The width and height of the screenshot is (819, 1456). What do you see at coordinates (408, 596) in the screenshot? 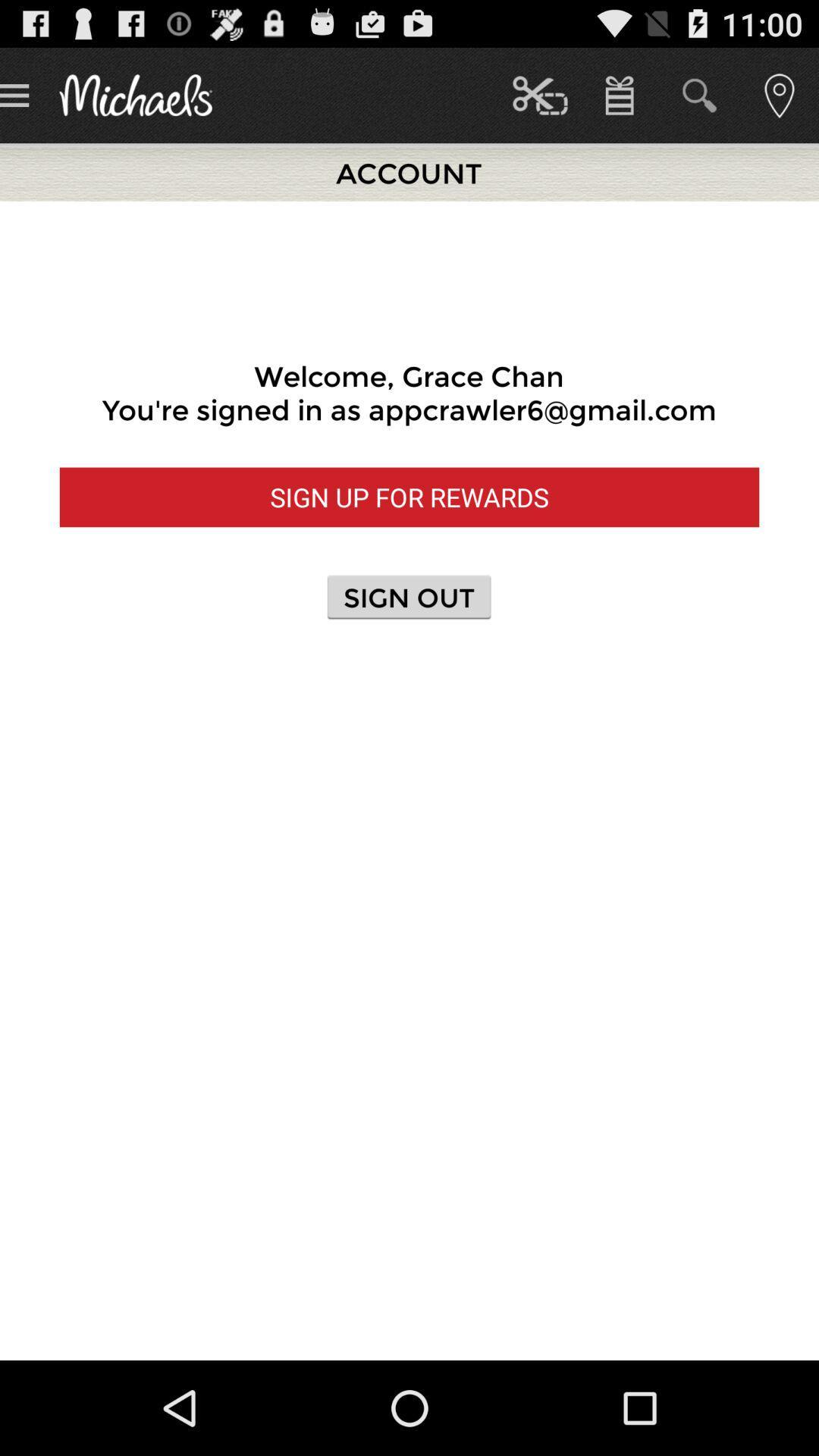
I see `button below sign up for button` at bounding box center [408, 596].